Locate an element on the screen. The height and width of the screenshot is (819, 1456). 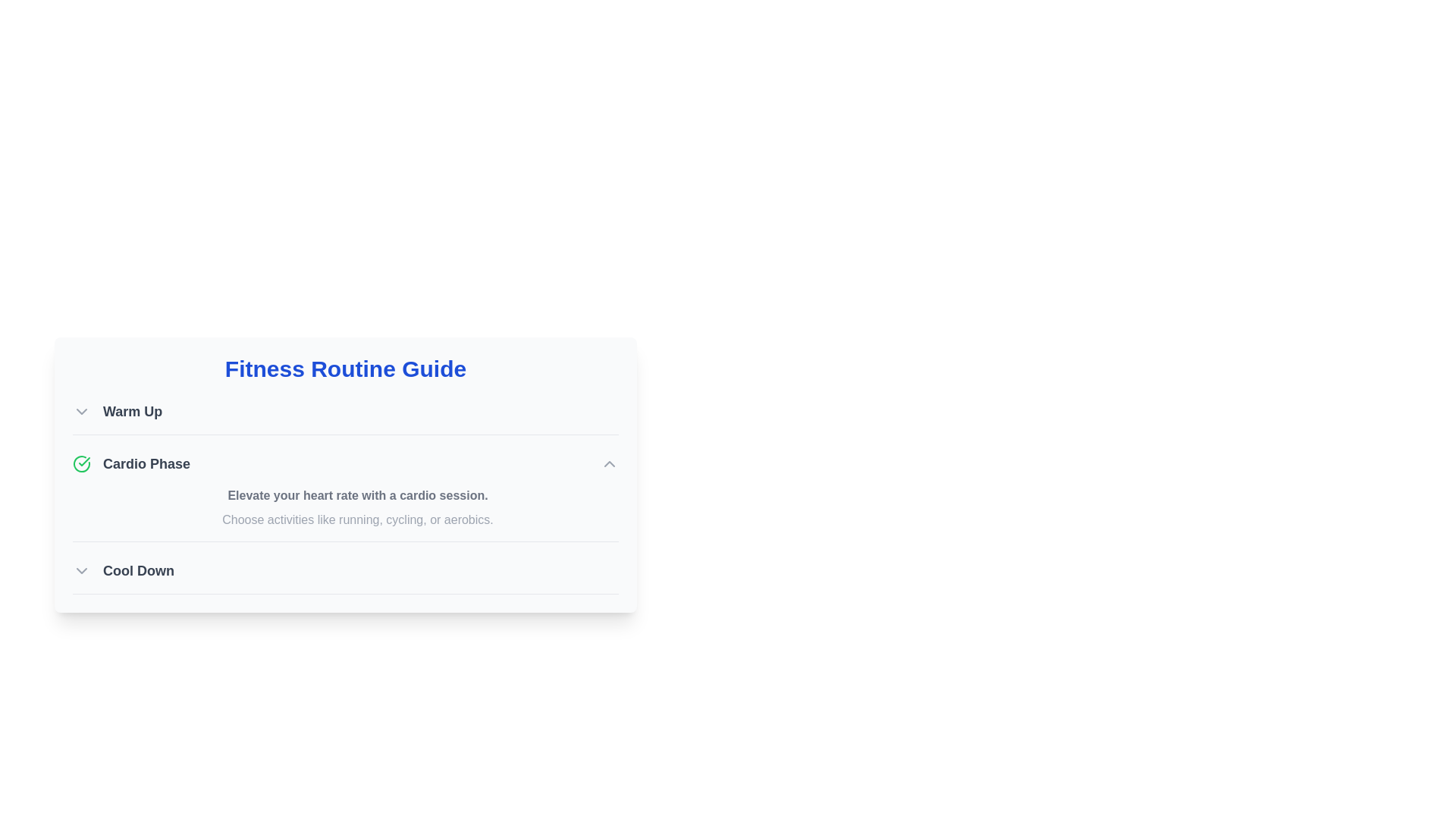
text label 'Warm Up' which is bold, large-sized, dark gray against a light background, located in the top-left portion of the interface before the 'Cardio Phase' section is located at coordinates (133, 412).